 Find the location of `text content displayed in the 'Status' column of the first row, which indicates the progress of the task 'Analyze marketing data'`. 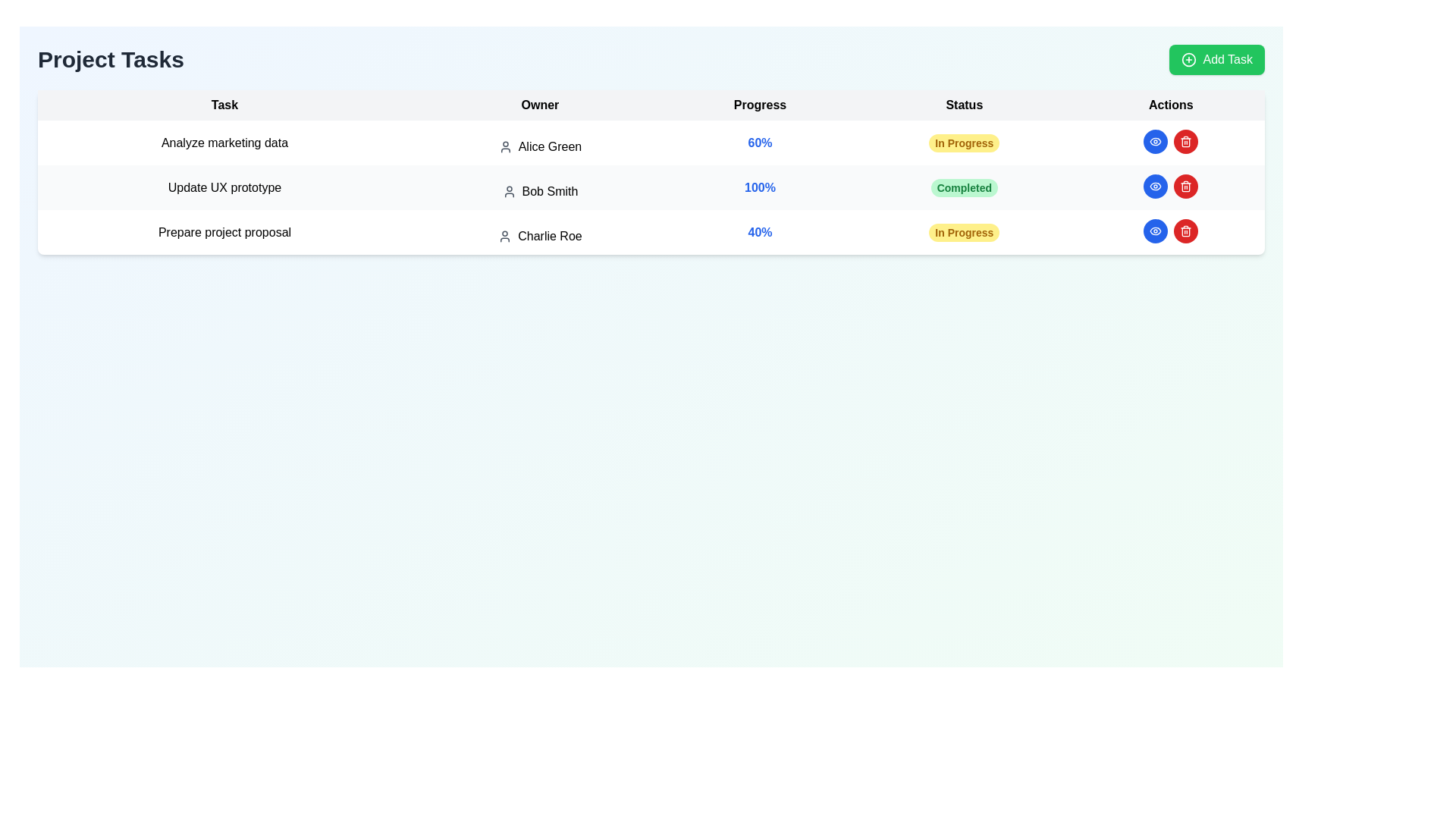

text content displayed in the 'Status' column of the first row, which indicates the progress of the task 'Analyze marketing data' is located at coordinates (963, 143).